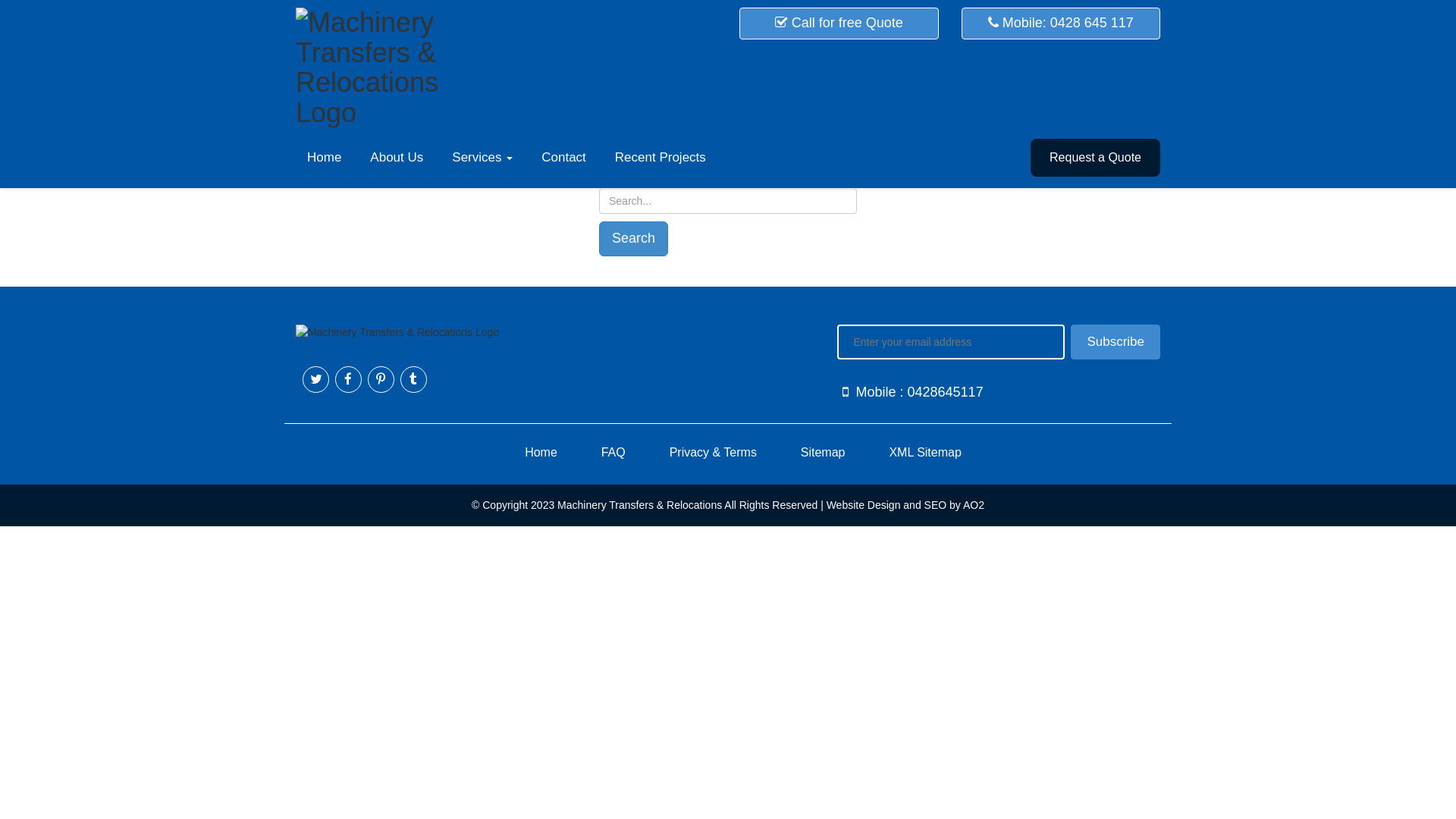 This screenshot has width=1456, height=819. What do you see at coordinates (838, 23) in the screenshot?
I see `'Call for free Quote'` at bounding box center [838, 23].